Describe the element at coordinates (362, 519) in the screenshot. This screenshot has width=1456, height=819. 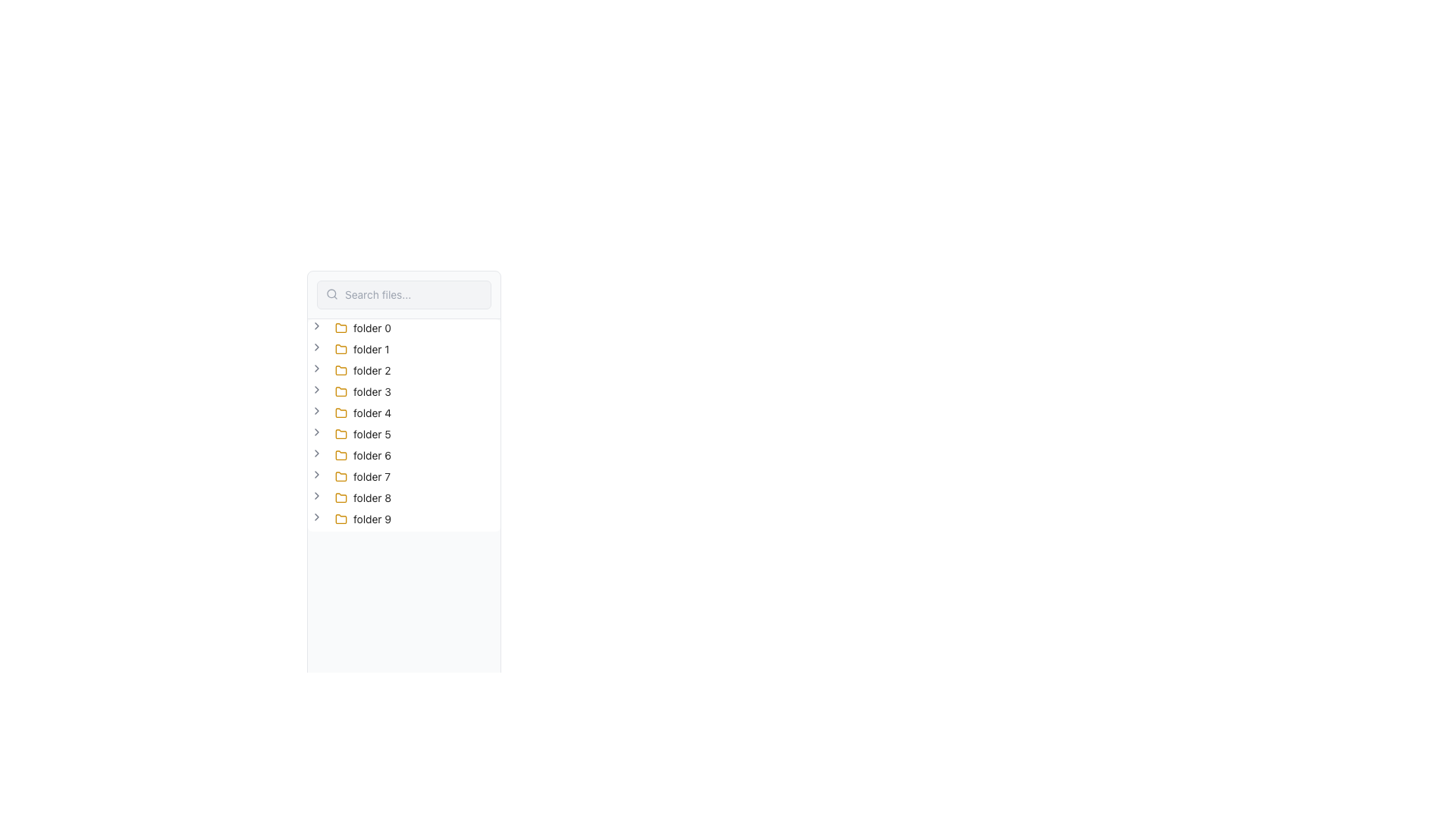
I see `the Tree view node item representing the folder named 'folder 9'` at that location.